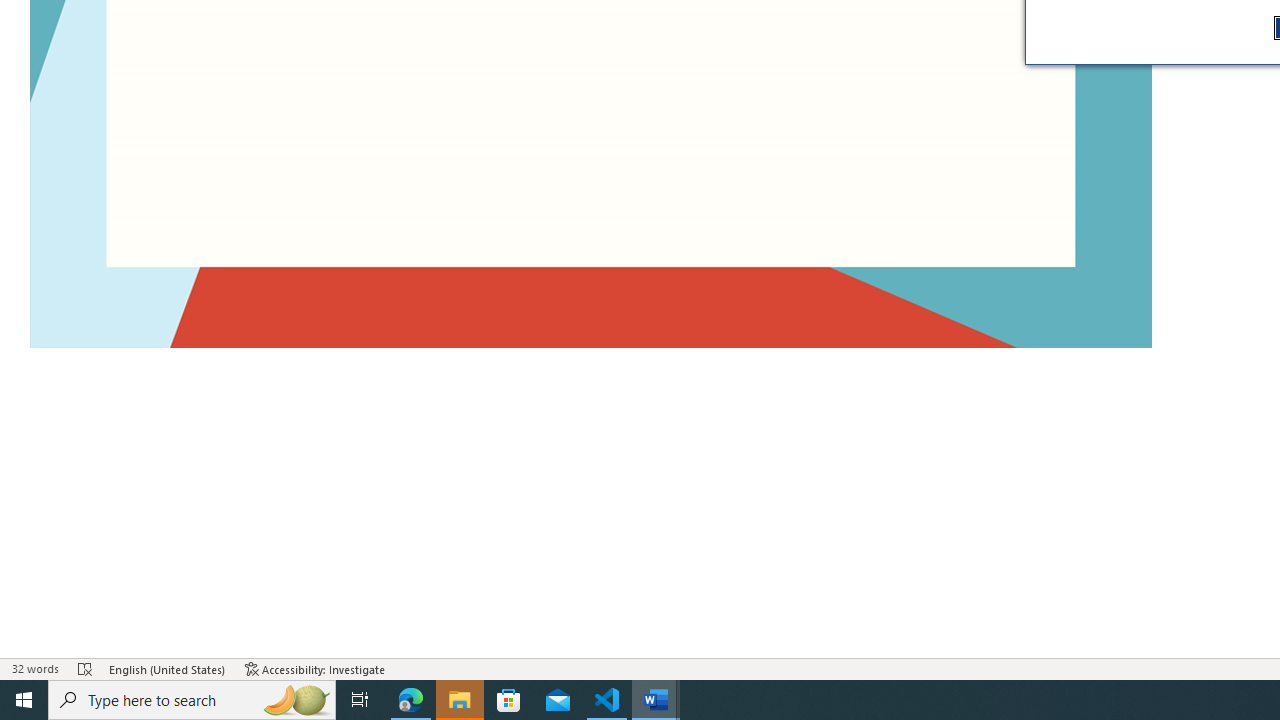 This screenshot has width=1280, height=720. Describe the element at coordinates (410, 698) in the screenshot. I see `'Microsoft Edge - 1 running window'` at that location.